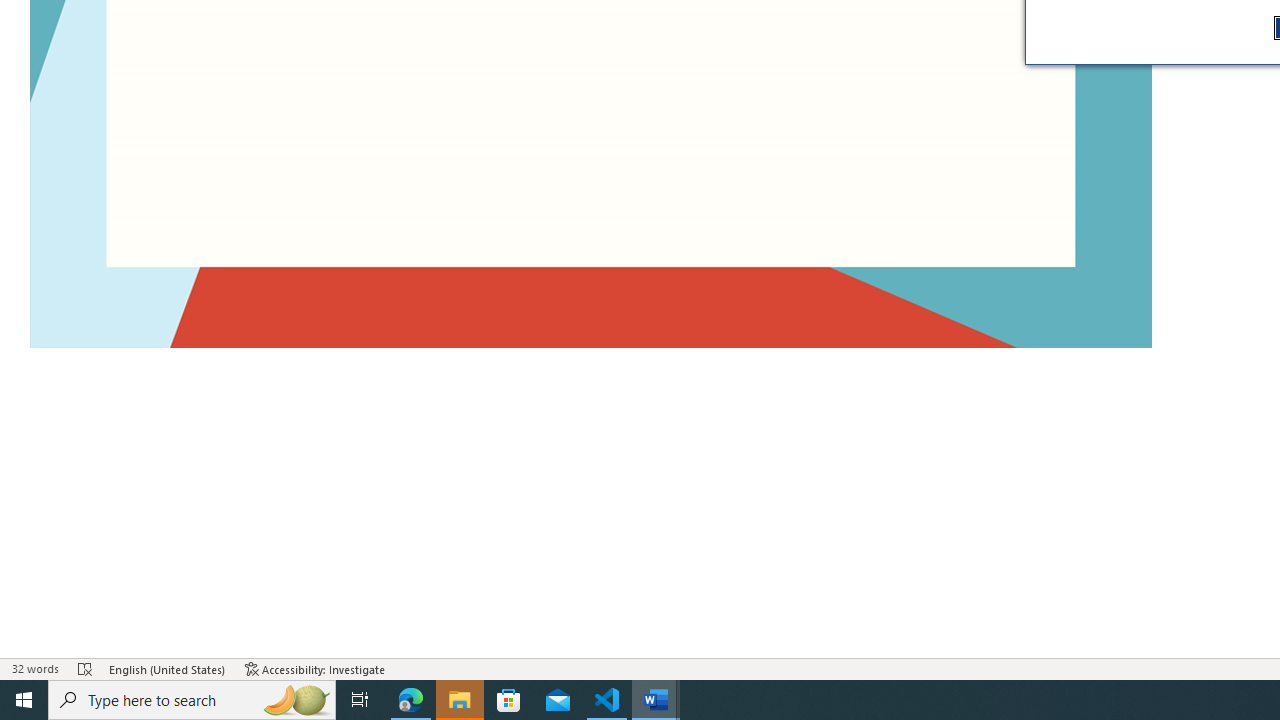 This screenshot has width=1280, height=720. Describe the element at coordinates (410, 698) in the screenshot. I see `'Microsoft Edge - 1 running window'` at that location.